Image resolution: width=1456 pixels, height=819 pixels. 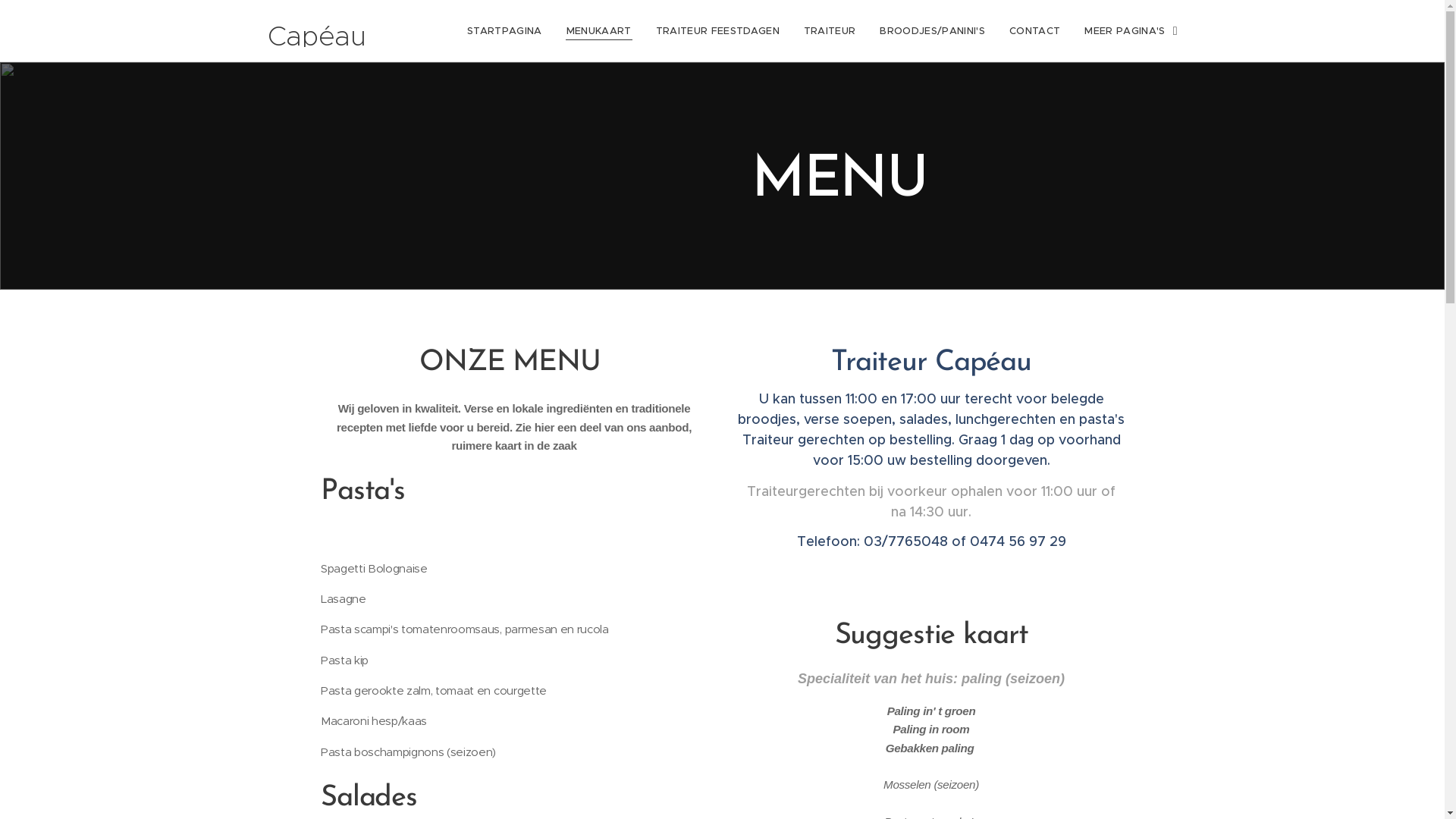 I want to click on 'MEER PAGINA'S', so click(x=1125, y=31).